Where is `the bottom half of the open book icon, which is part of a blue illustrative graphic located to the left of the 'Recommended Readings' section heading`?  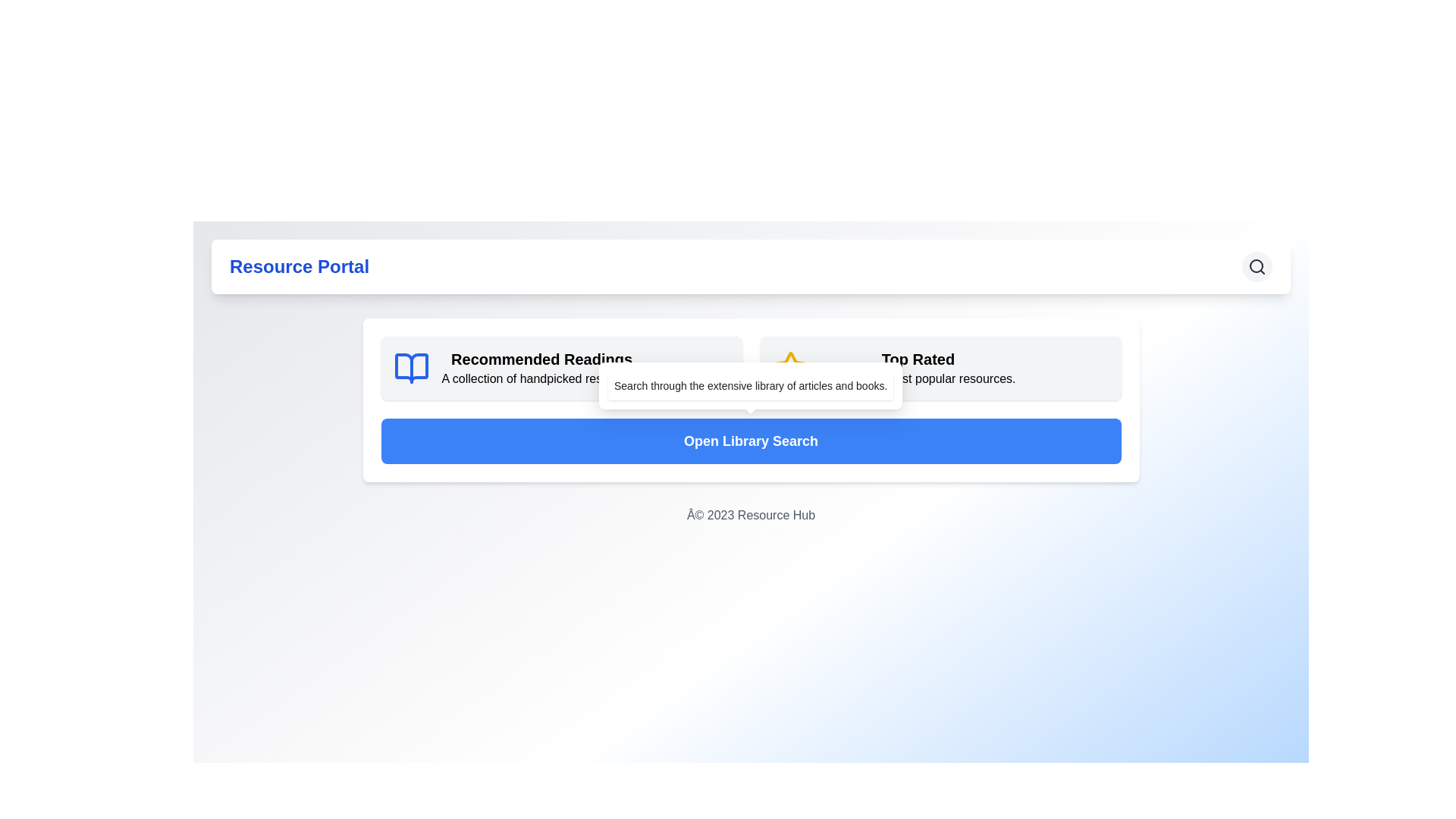
the bottom half of the open book icon, which is part of a blue illustrative graphic located to the left of the 'Recommended Readings' section heading is located at coordinates (411, 369).